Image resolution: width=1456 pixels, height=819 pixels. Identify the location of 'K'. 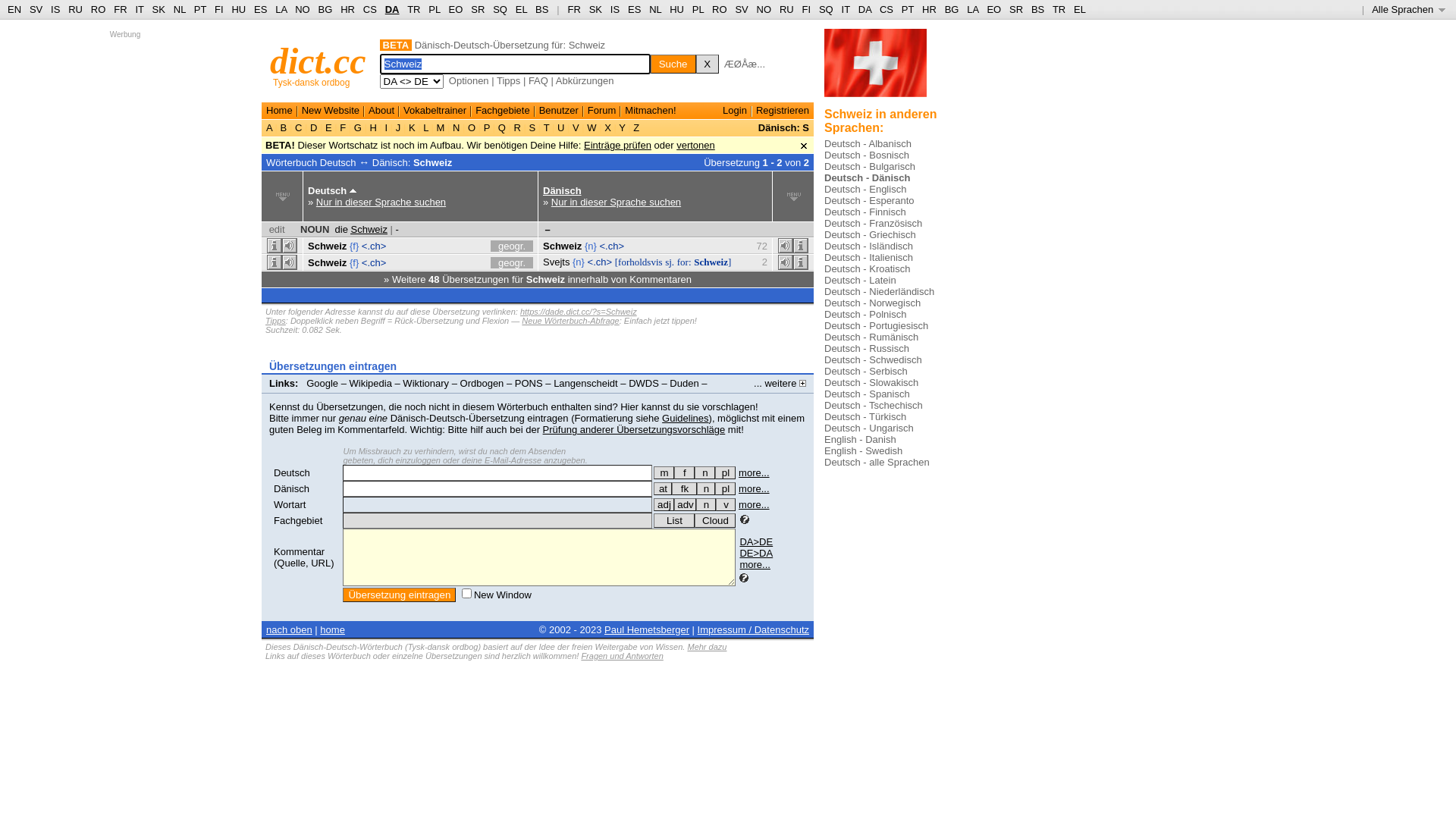
(405, 127).